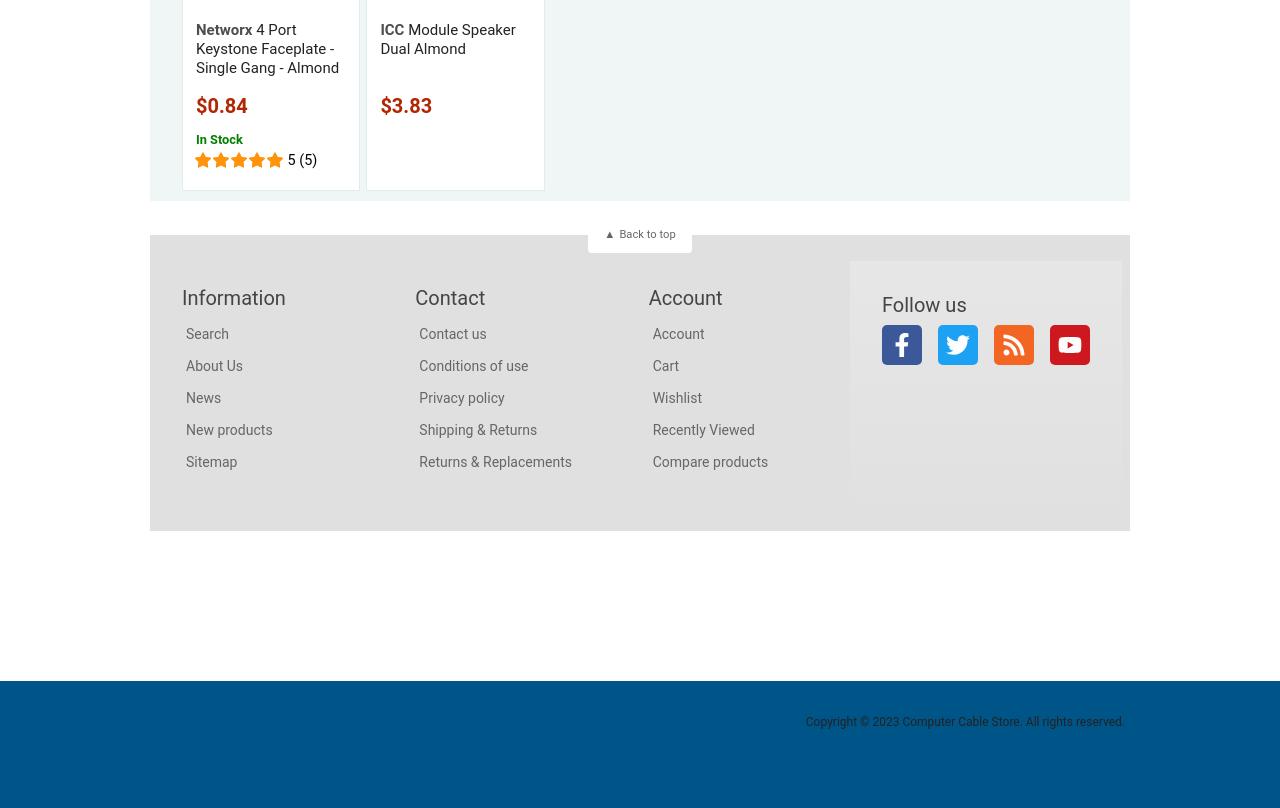  Describe the element at coordinates (417, 331) in the screenshot. I see `'Contact us'` at that location.